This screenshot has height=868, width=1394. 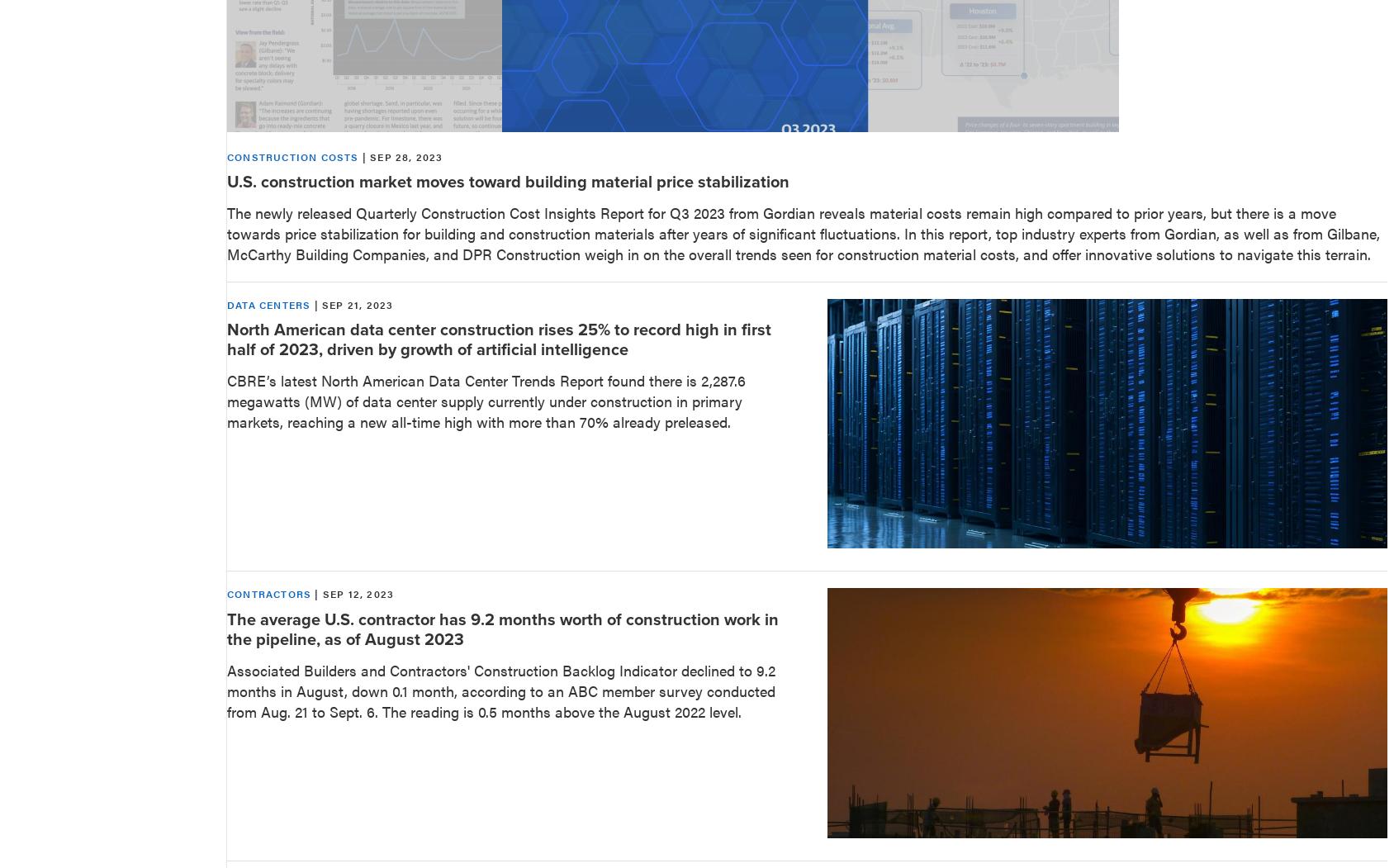 What do you see at coordinates (292, 155) in the screenshot?
I see `'Construction Costs'` at bounding box center [292, 155].